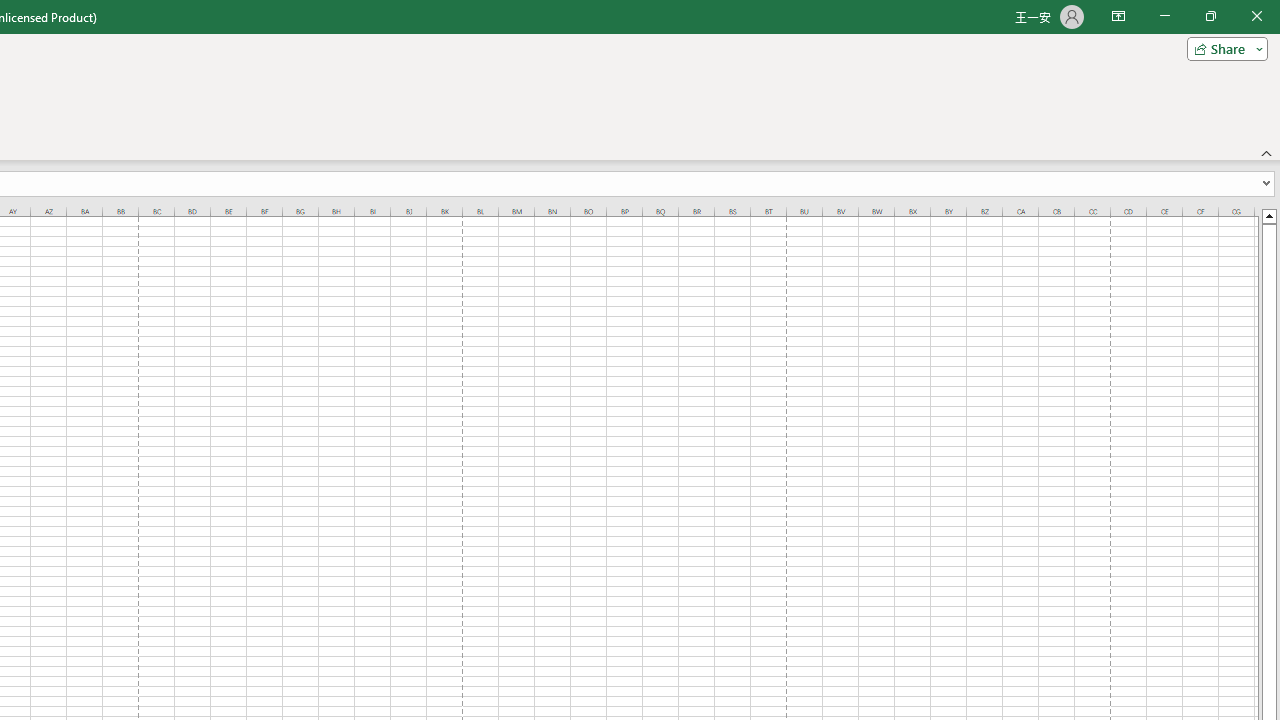  What do you see at coordinates (1164, 16) in the screenshot?
I see `'Minimize'` at bounding box center [1164, 16].